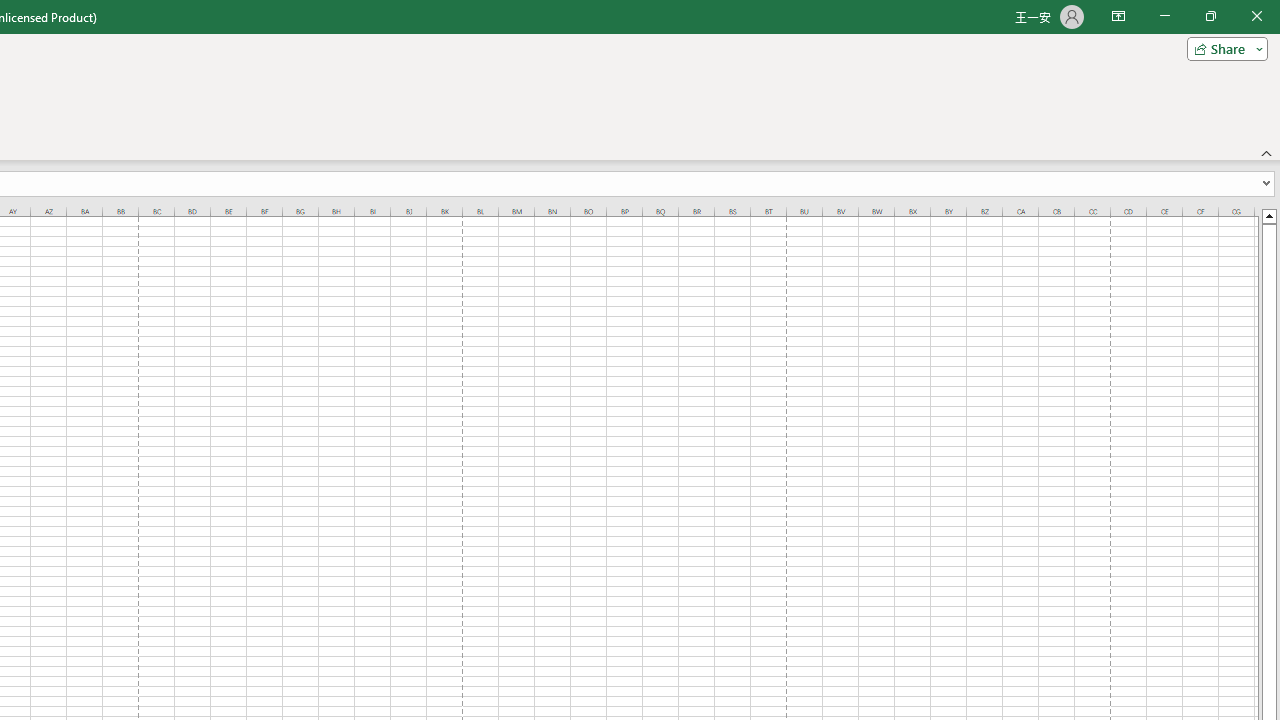  What do you see at coordinates (1164, 16) in the screenshot?
I see `'Minimize'` at bounding box center [1164, 16].